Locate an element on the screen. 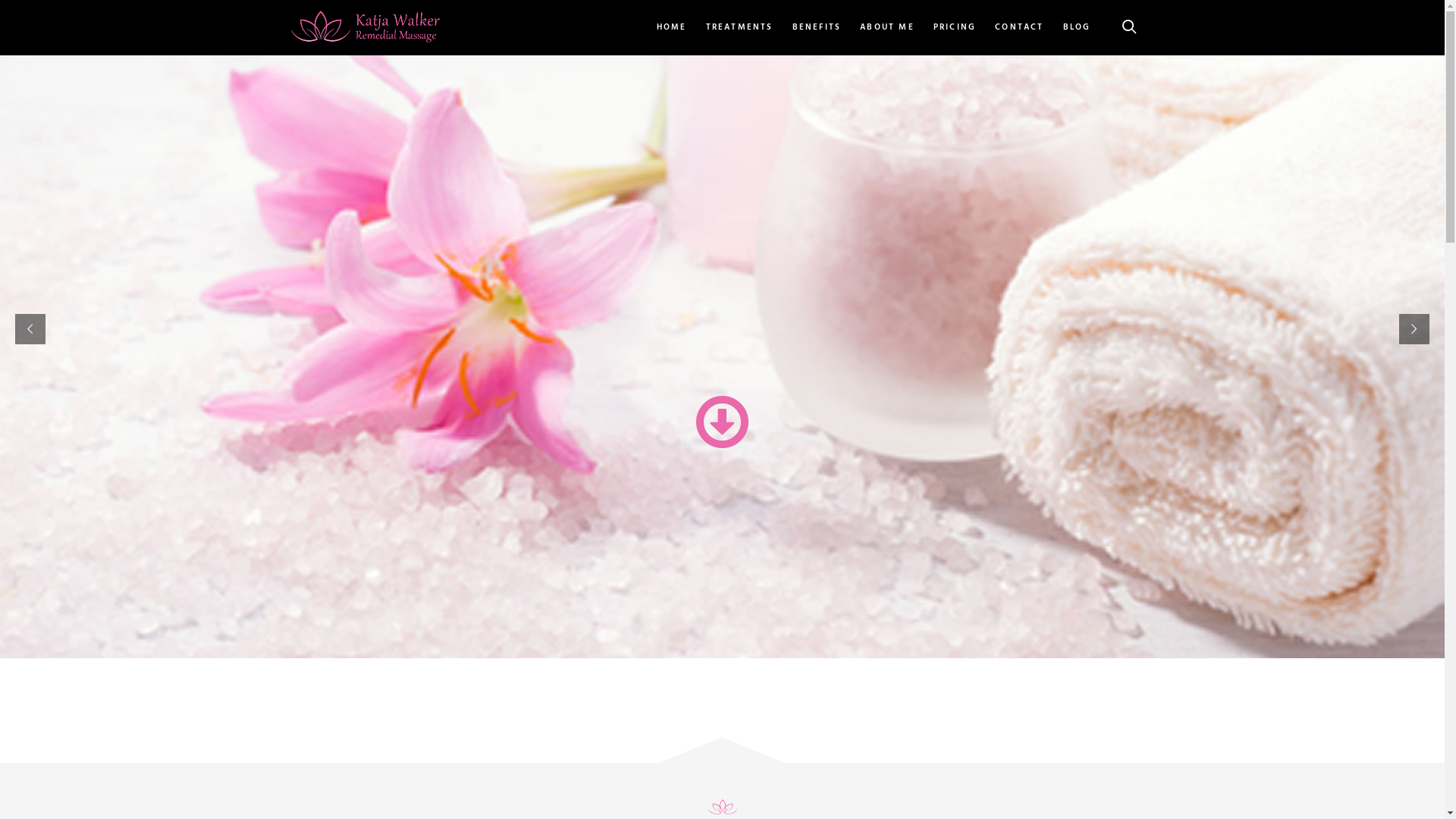 The width and height of the screenshot is (1456, 819). 'PRICING' is located at coordinates (953, 27).